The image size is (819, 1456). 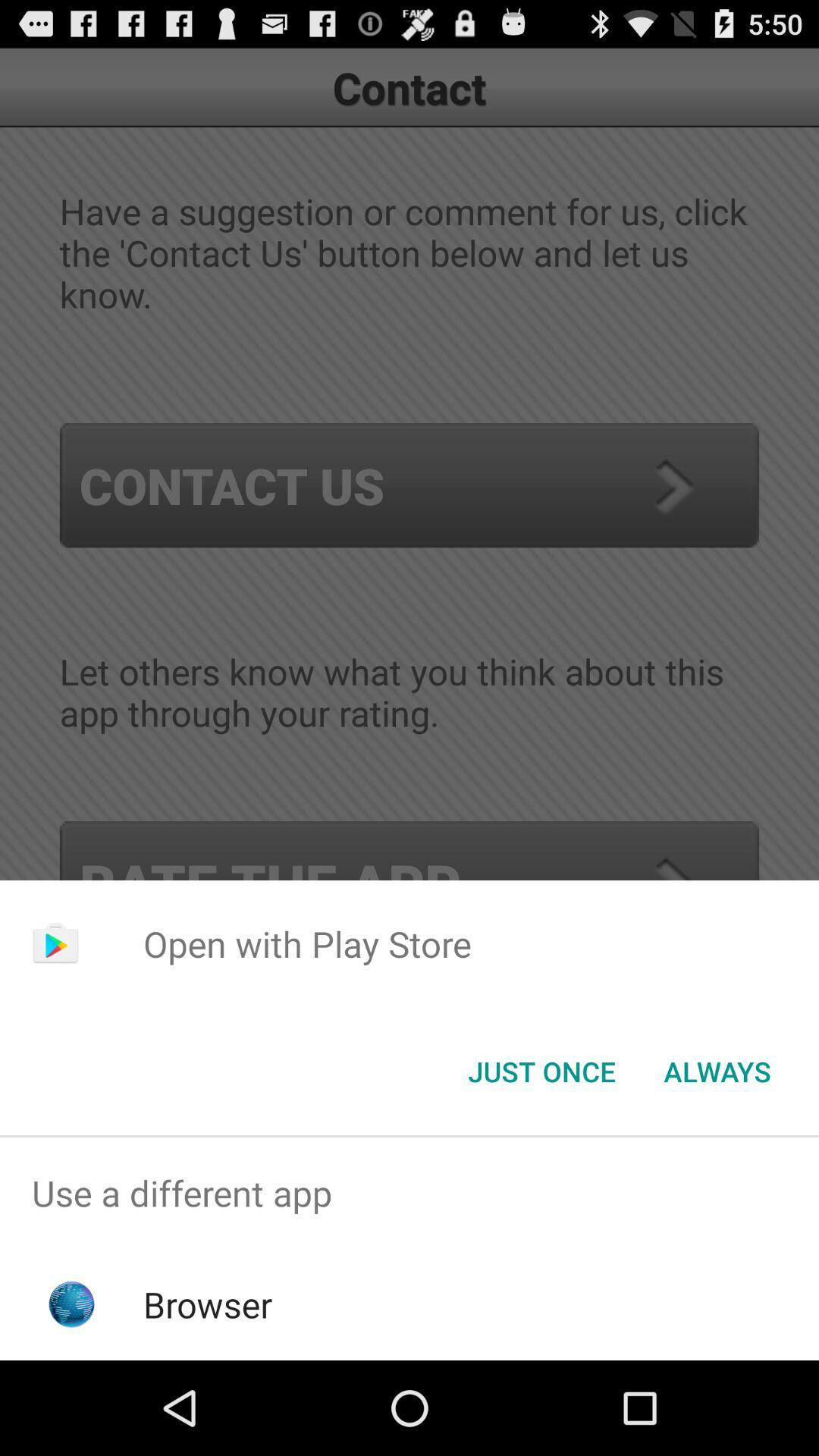 I want to click on icon below the open with play, so click(x=717, y=1070).